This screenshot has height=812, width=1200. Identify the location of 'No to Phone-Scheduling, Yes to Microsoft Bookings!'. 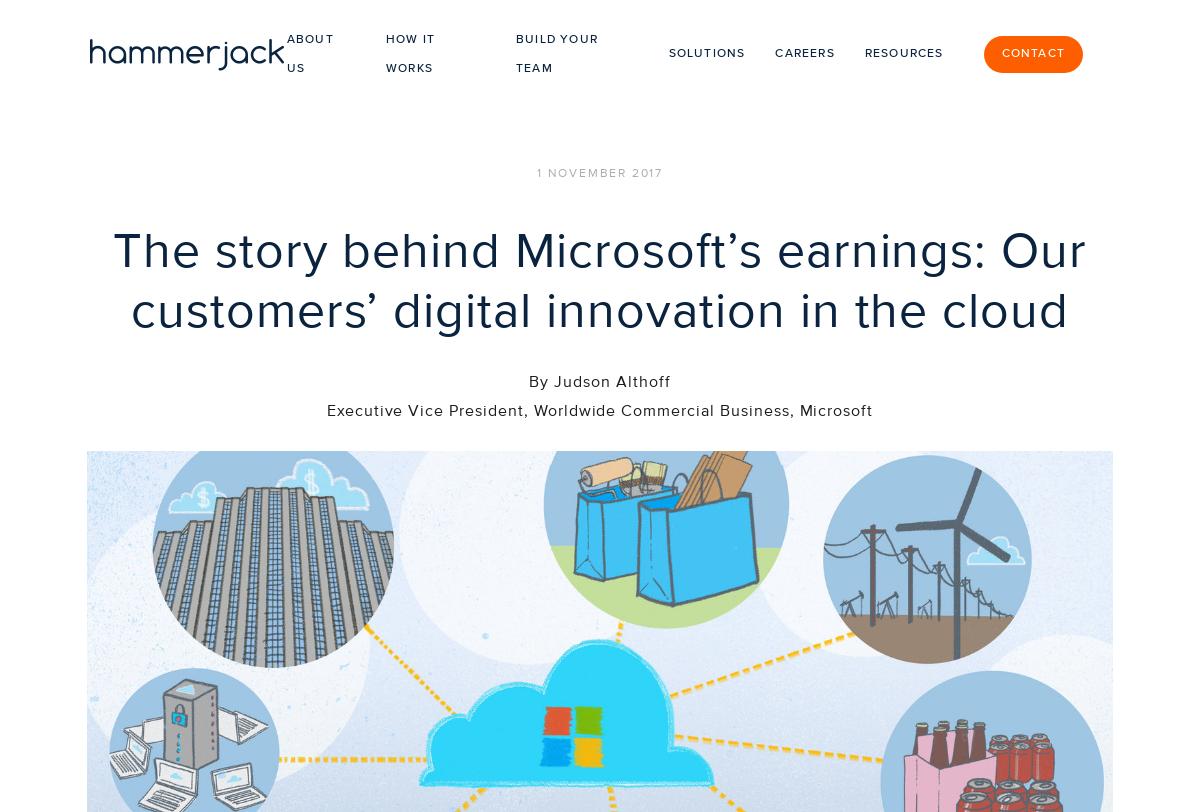
(937, 560).